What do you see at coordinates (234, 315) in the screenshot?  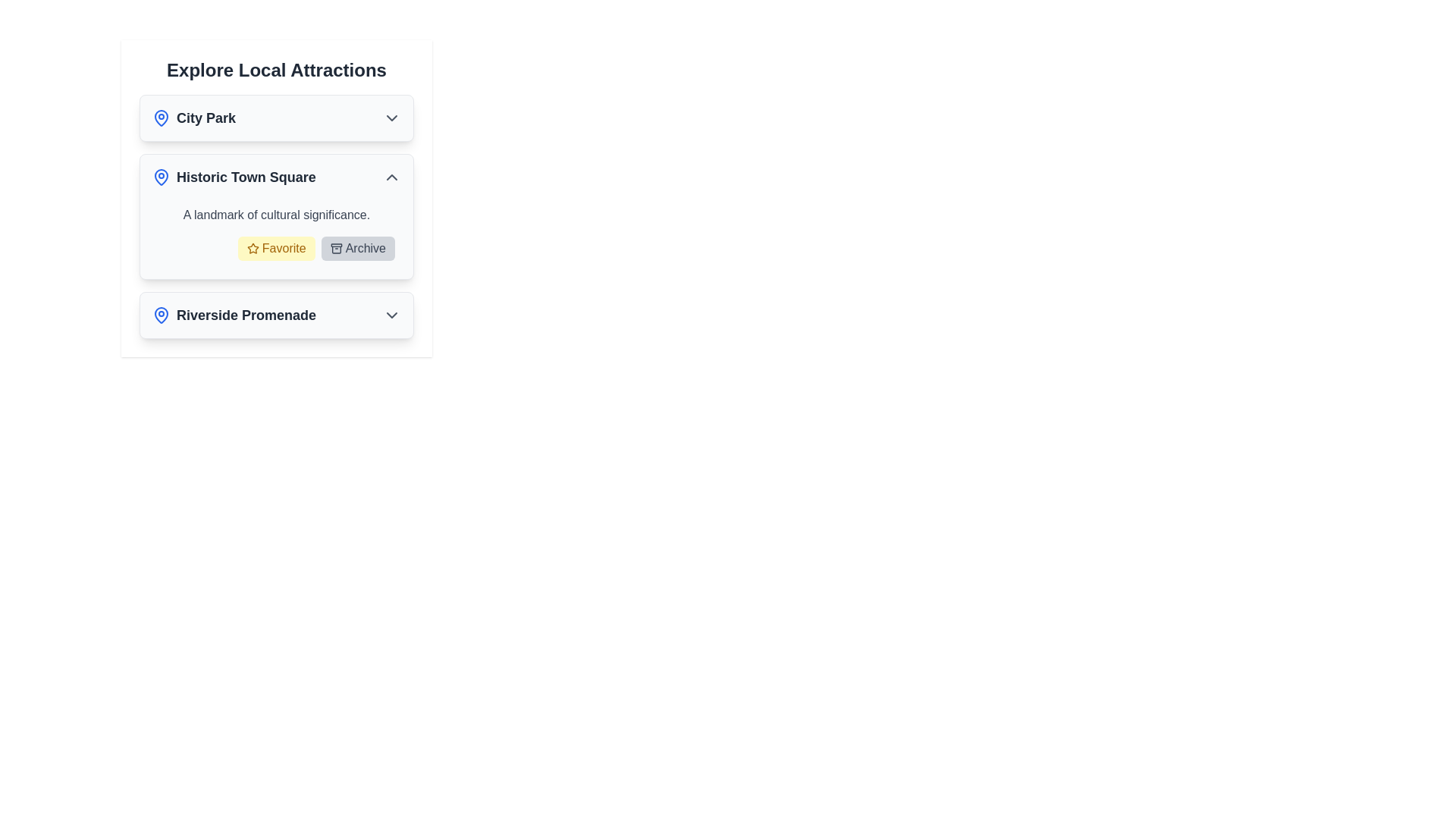 I see `the informational label 'Riverside Promenade' in the vertical list of the 'Explore Local Attractions' card` at bounding box center [234, 315].